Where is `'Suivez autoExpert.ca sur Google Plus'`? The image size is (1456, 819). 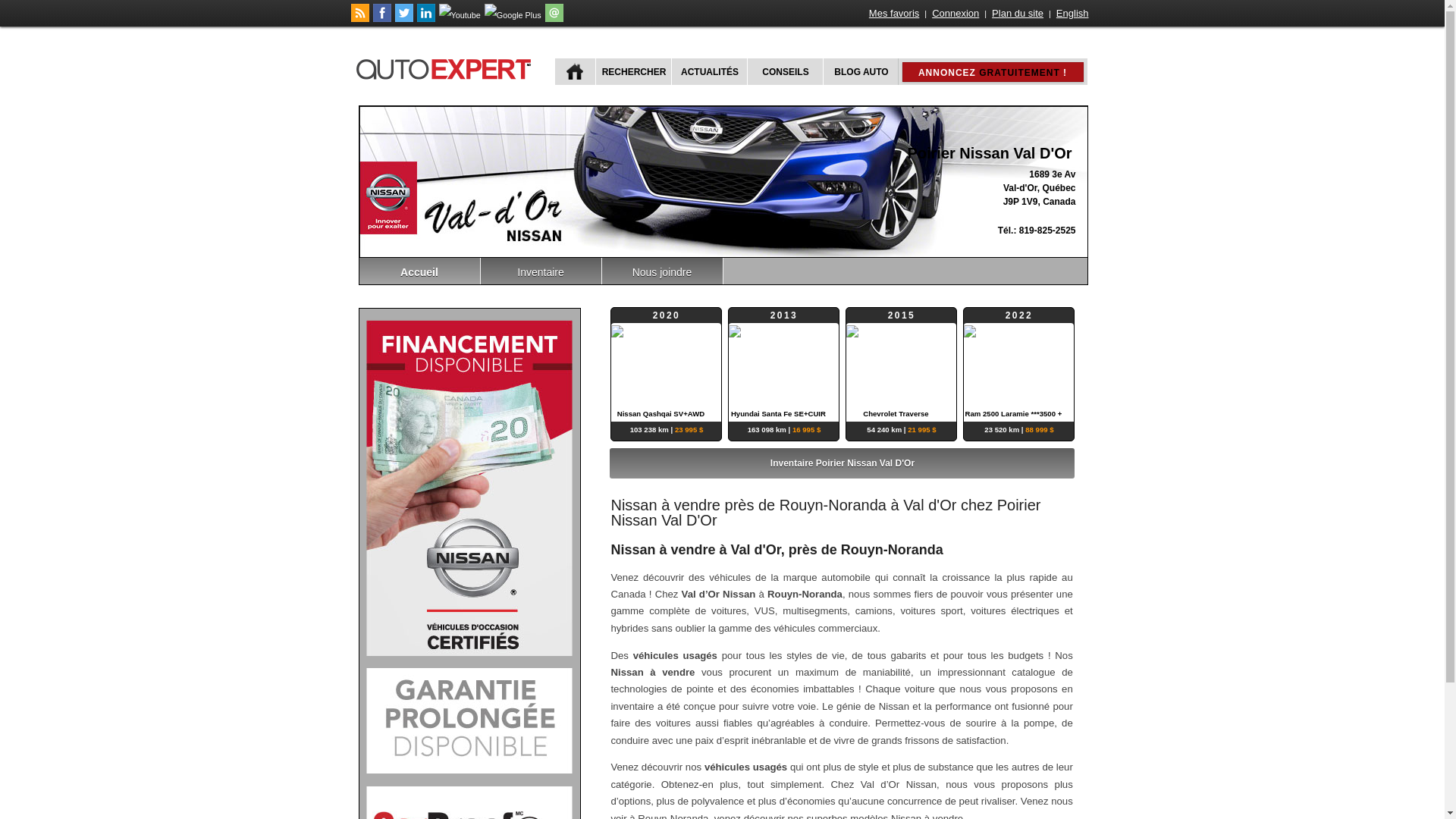
'Suivez autoExpert.ca sur Google Plus' is located at coordinates (513, 14).